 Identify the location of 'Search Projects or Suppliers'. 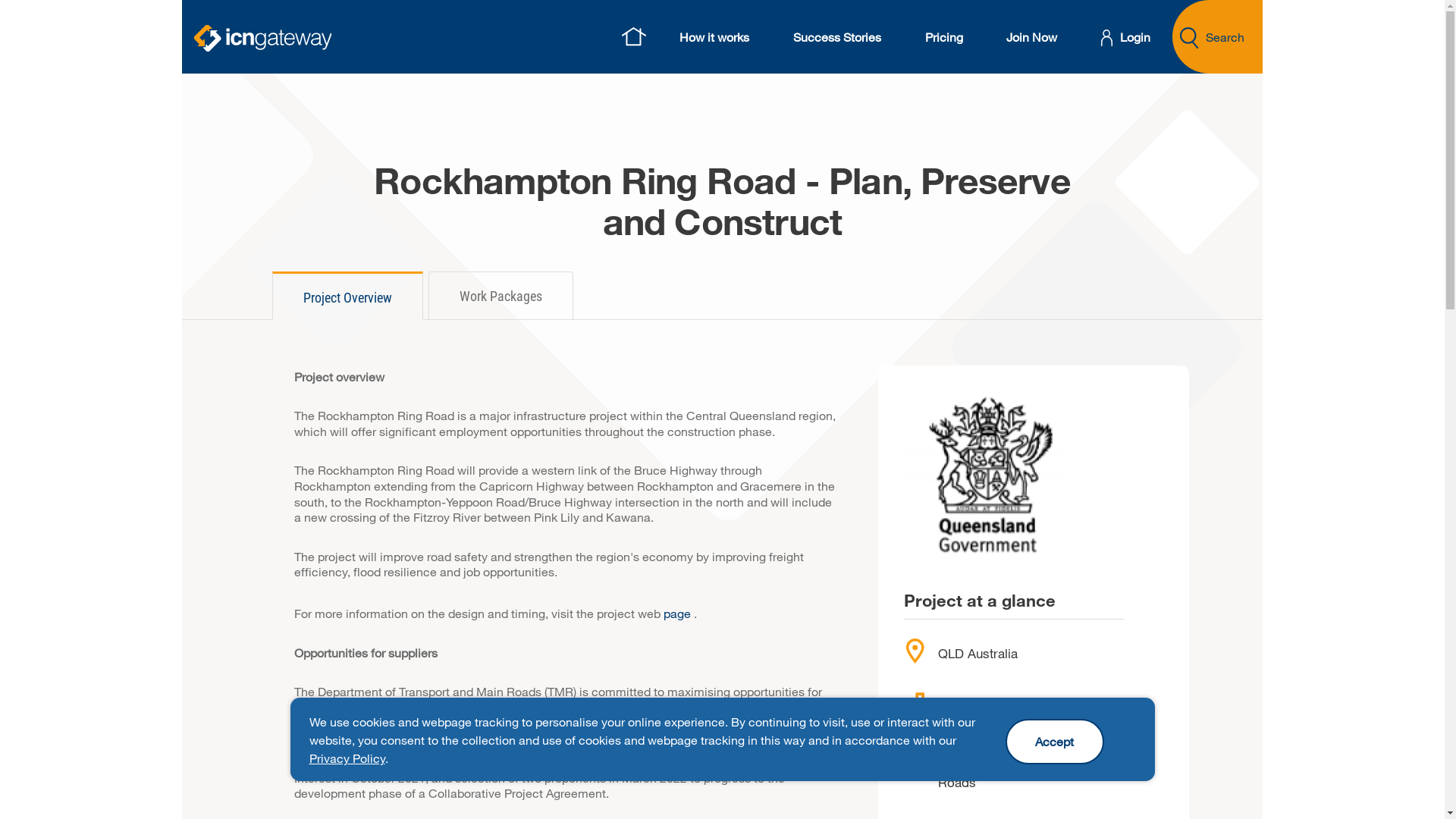
(1188, 37).